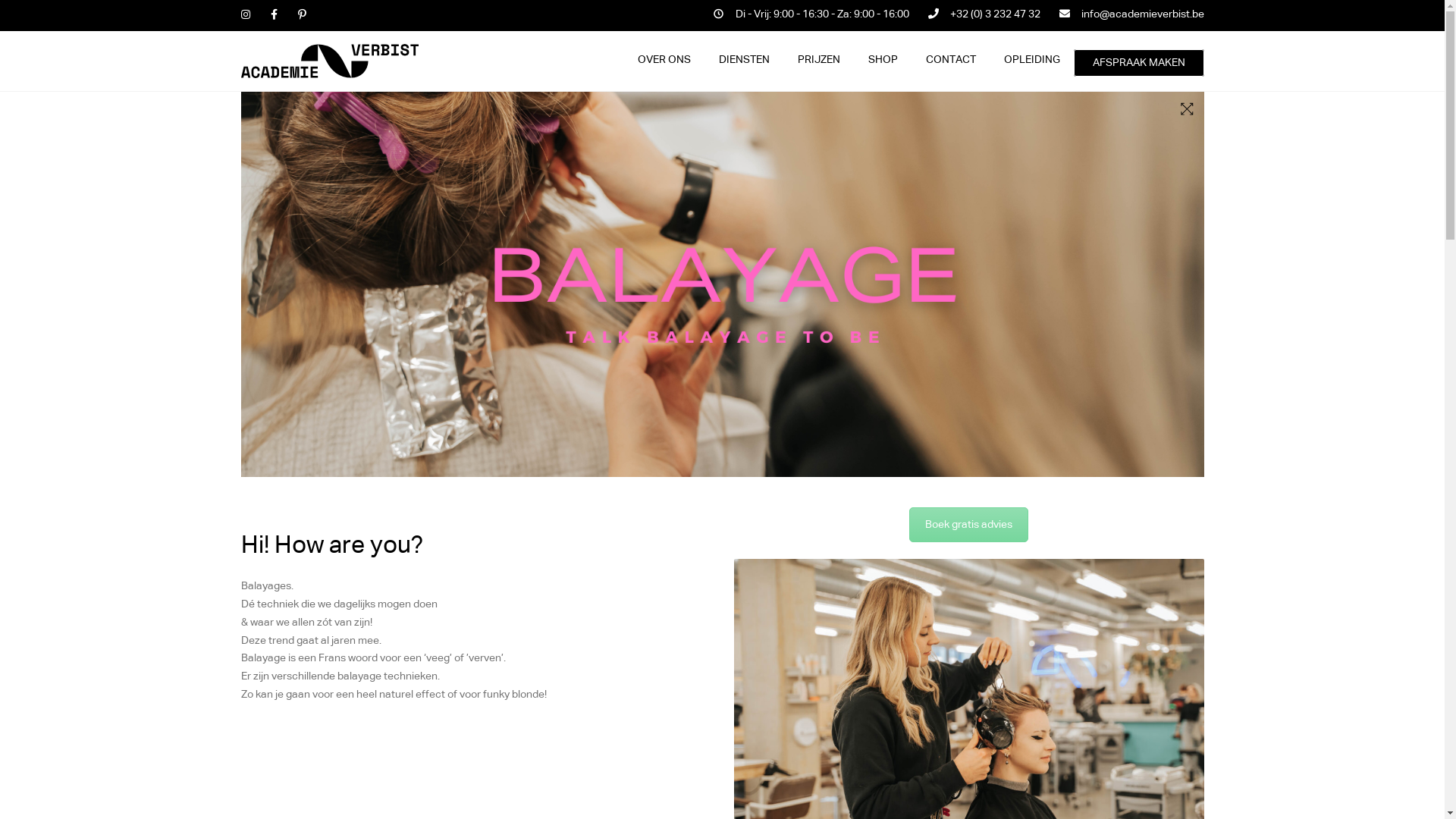 The image size is (1456, 819). I want to click on 'PRIJZEN', so click(818, 60).